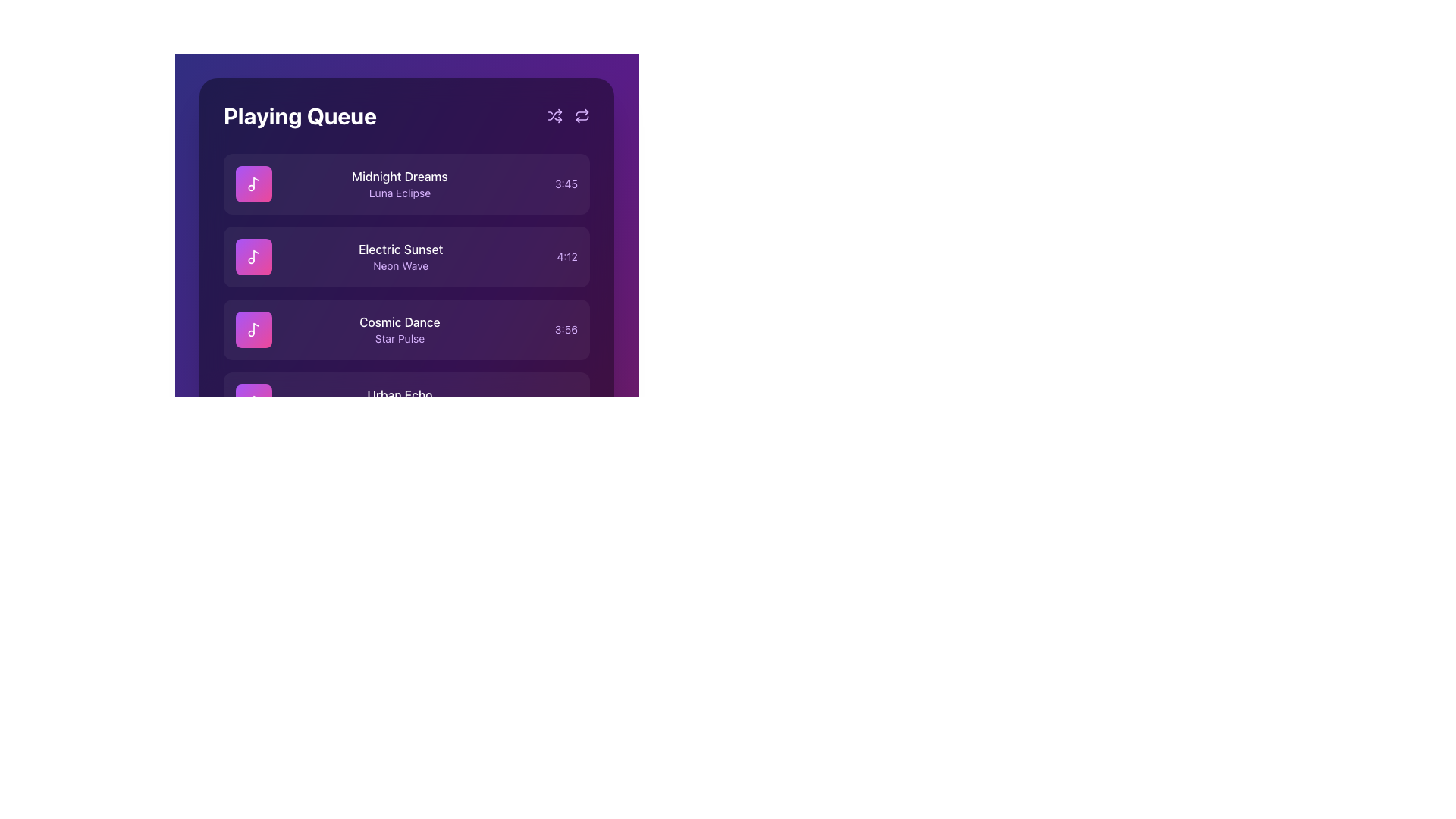 This screenshot has height=819, width=1456. I want to click on the progress update of the progress bar with timestamps, which is a thin horizontal line with a gradient from purple to pink and has timestamps '0:00' and '3:45' below it, so click(406, 620).